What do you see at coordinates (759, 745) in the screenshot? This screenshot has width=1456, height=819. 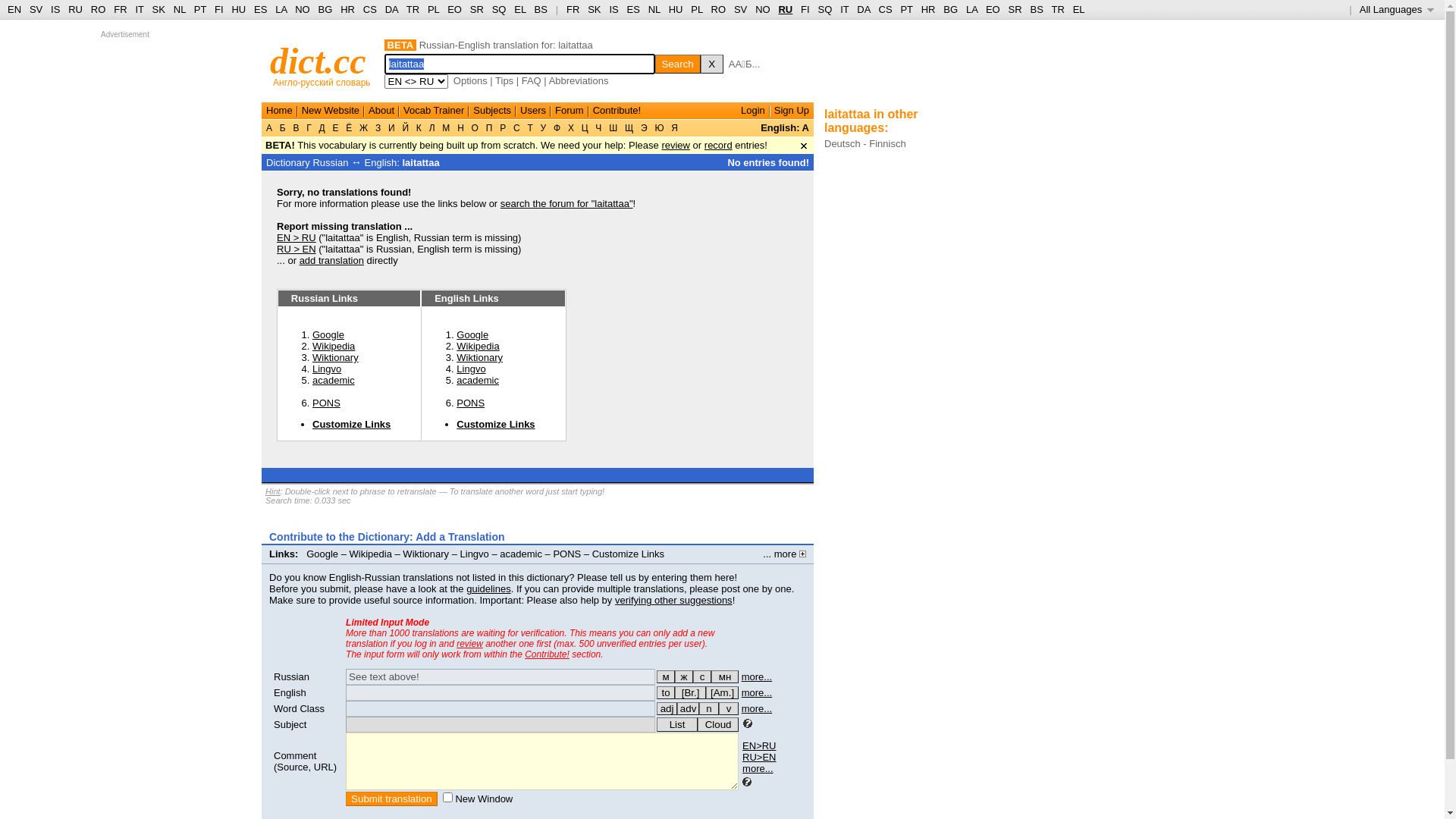 I see `'EN>RU'` at bounding box center [759, 745].